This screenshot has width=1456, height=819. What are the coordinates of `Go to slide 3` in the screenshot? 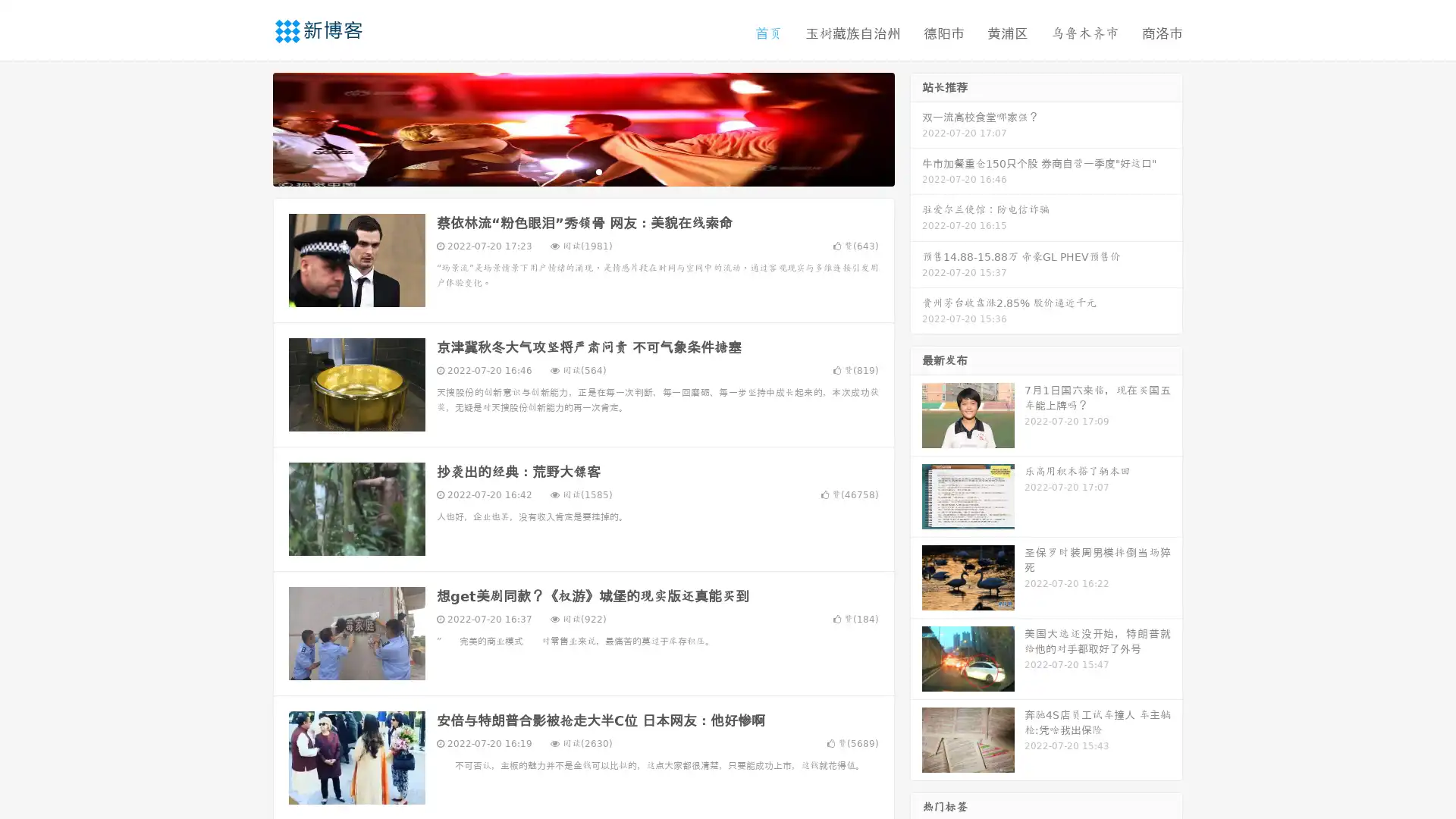 It's located at (598, 171).